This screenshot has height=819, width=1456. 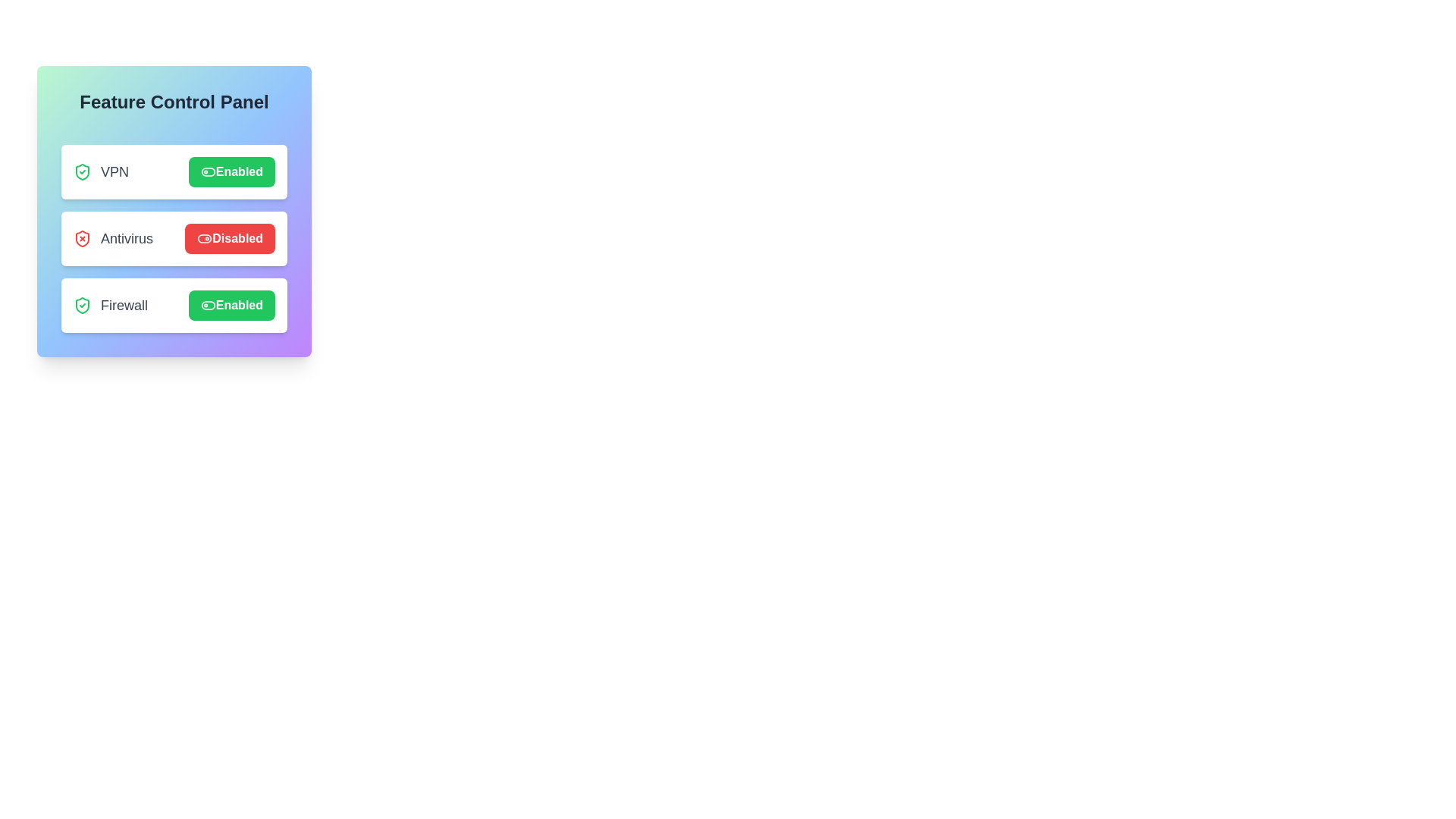 What do you see at coordinates (231, 305) in the screenshot?
I see `the Firewall button to observe visual changes` at bounding box center [231, 305].